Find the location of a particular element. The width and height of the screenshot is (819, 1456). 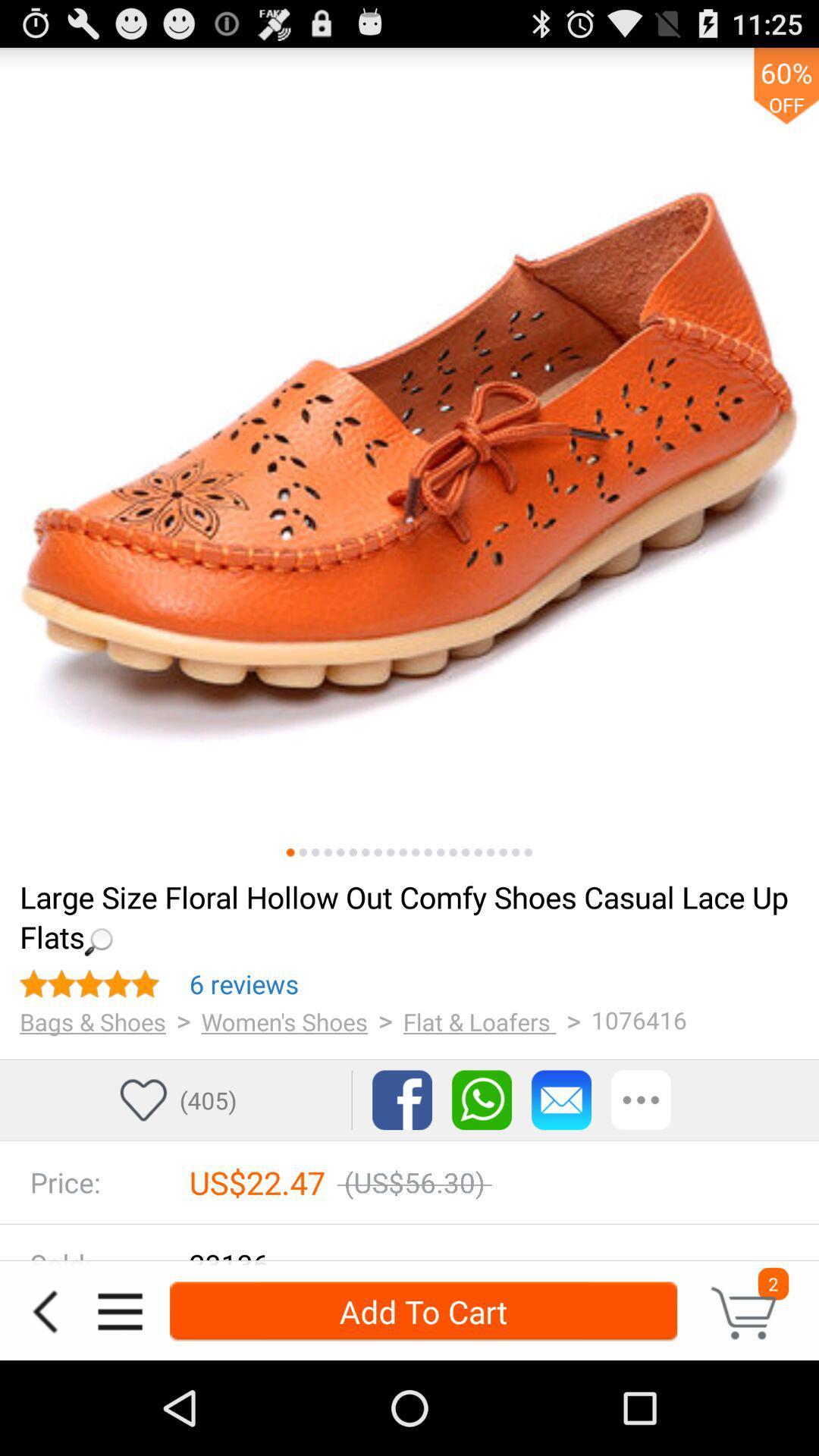

the item to the right of the > item is located at coordinates (479, 1021).